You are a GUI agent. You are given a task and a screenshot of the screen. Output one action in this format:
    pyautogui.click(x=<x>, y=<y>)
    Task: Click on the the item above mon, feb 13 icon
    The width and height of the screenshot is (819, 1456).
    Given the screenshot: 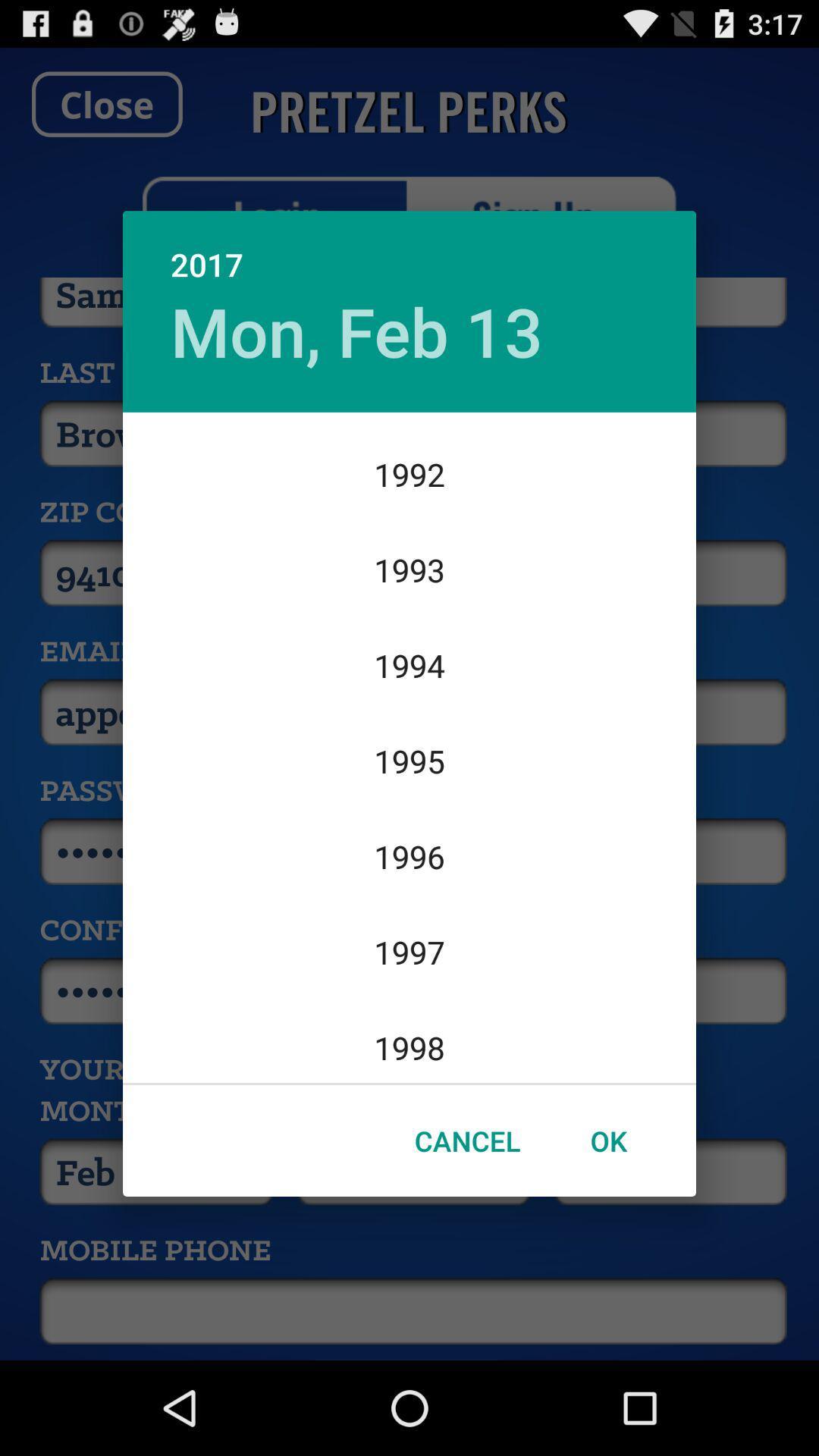 What is the action you would take?
    pyautogui.click(x=409, y=248)
    